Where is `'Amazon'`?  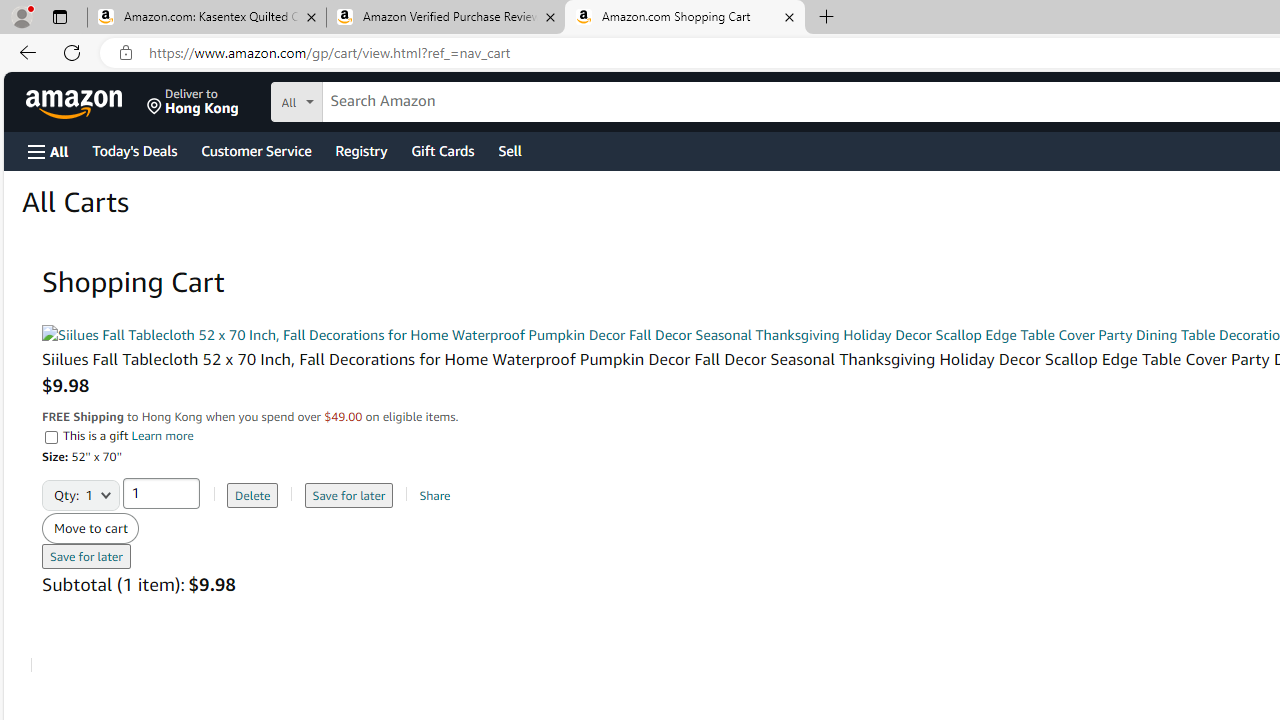
'Amazon' is located at coordinates (76, 101).